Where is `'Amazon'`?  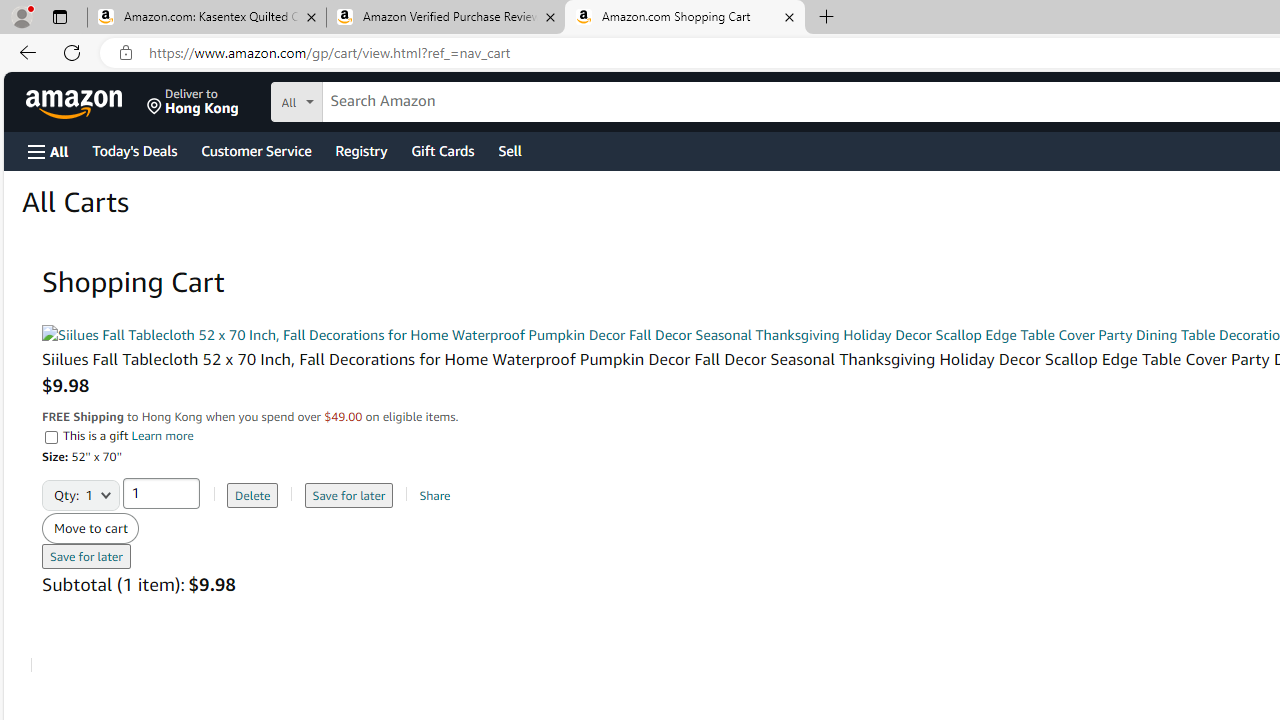
'Amazon' is located at coordinates (76, 101).